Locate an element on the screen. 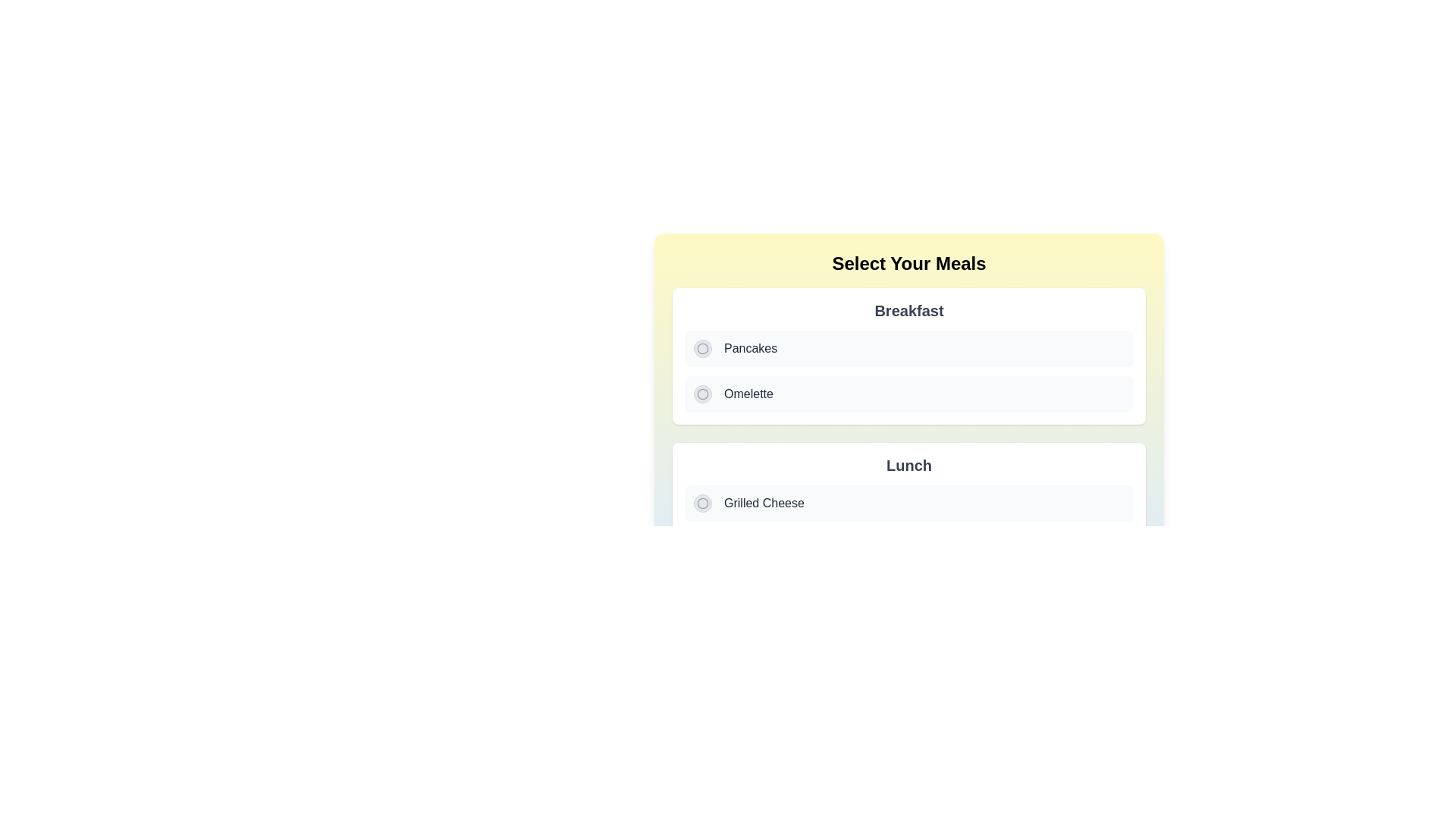 The image size is (1456, 819). the 'Grilled Cheese' selectable list item in the Lunch section is located at coordinates (909, 503).